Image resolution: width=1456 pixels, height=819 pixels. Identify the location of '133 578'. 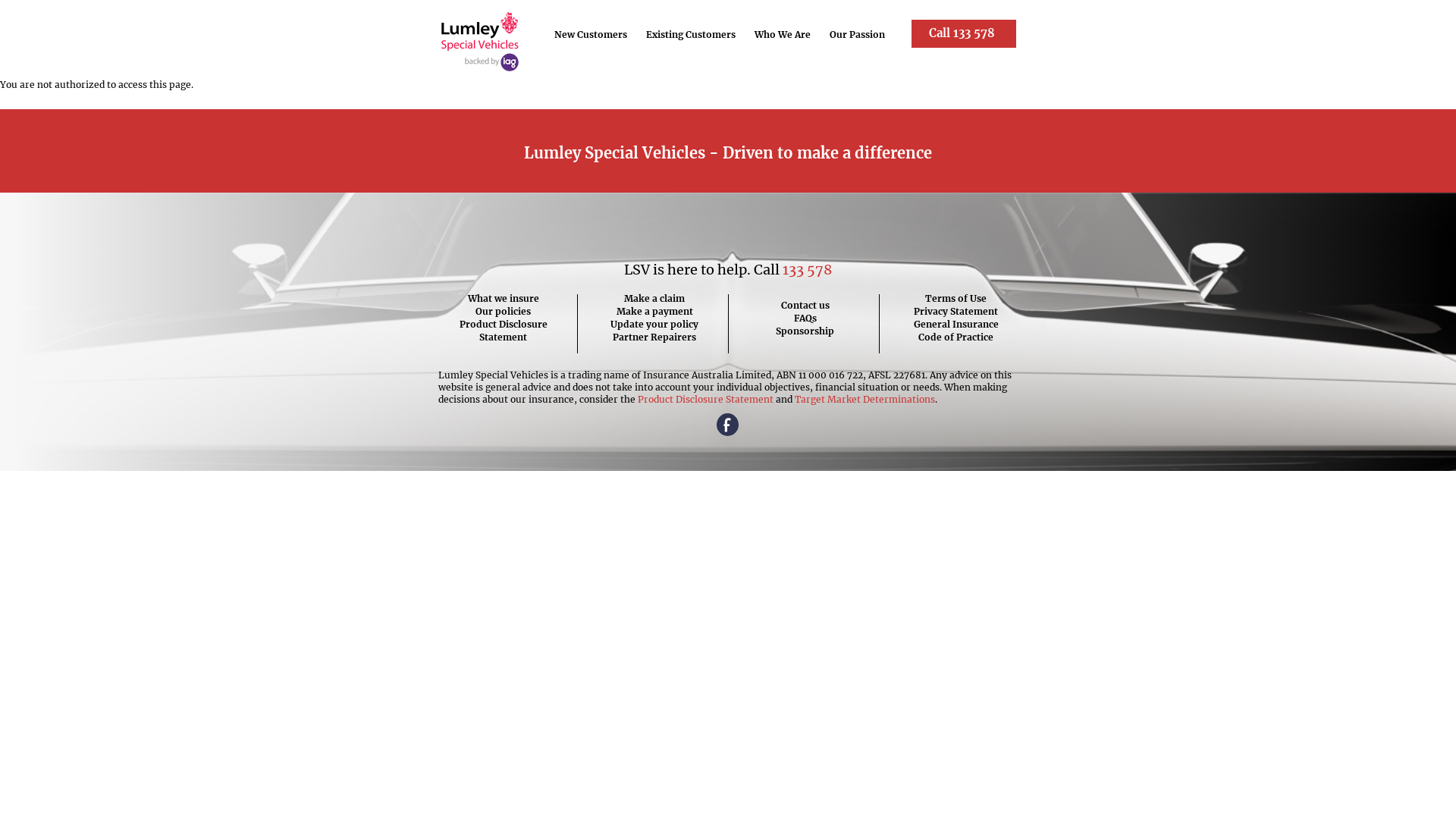
(783, 268).